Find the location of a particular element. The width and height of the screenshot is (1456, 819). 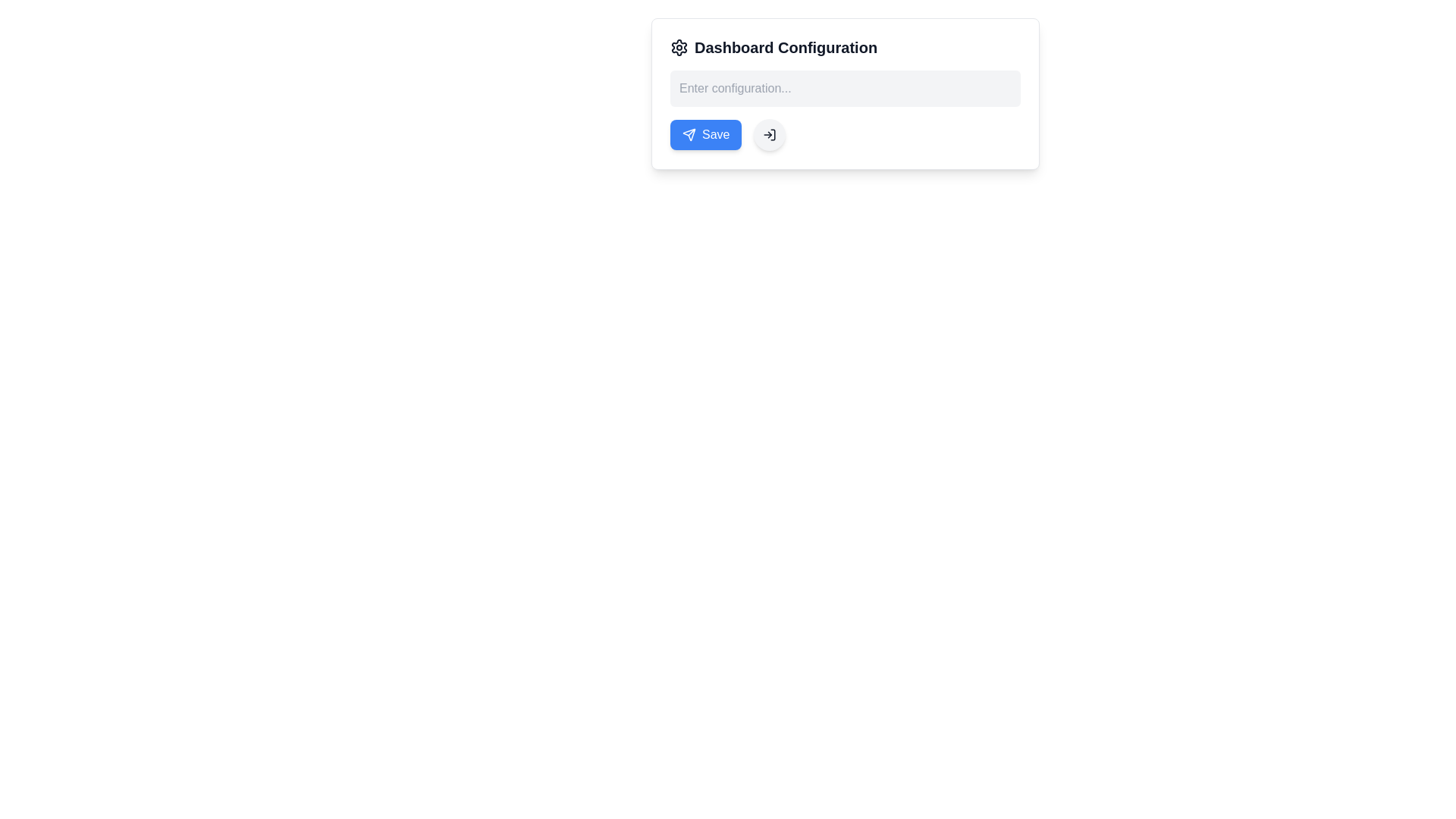

the 'Send' or 'Submit' icon embedded in the 'Save' button located on the left side of the 'Dashboard Configuration' box is located at coordinates (688, 133).